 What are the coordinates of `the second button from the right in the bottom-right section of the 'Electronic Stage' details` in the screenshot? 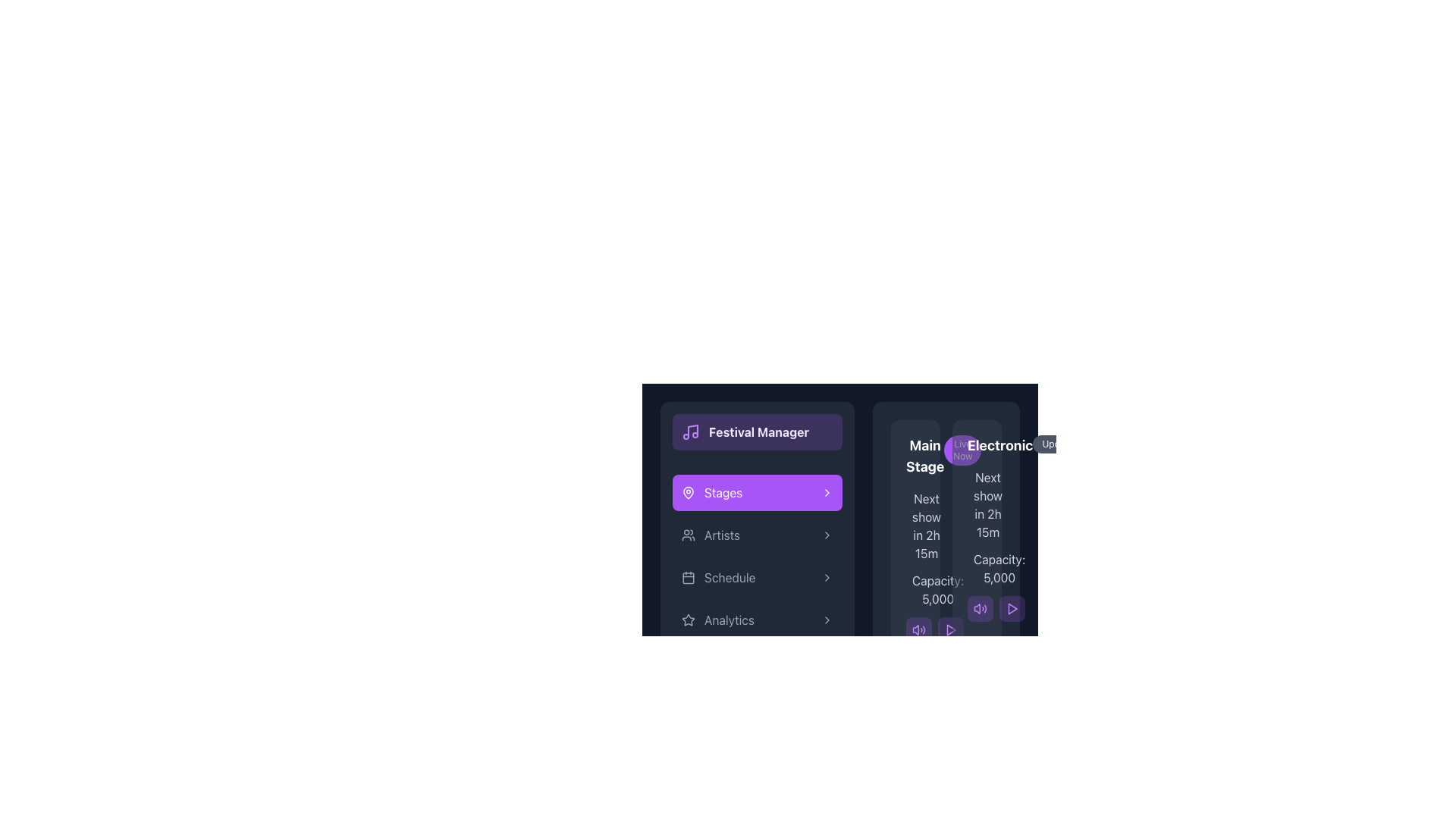 It's located at (949, 629).